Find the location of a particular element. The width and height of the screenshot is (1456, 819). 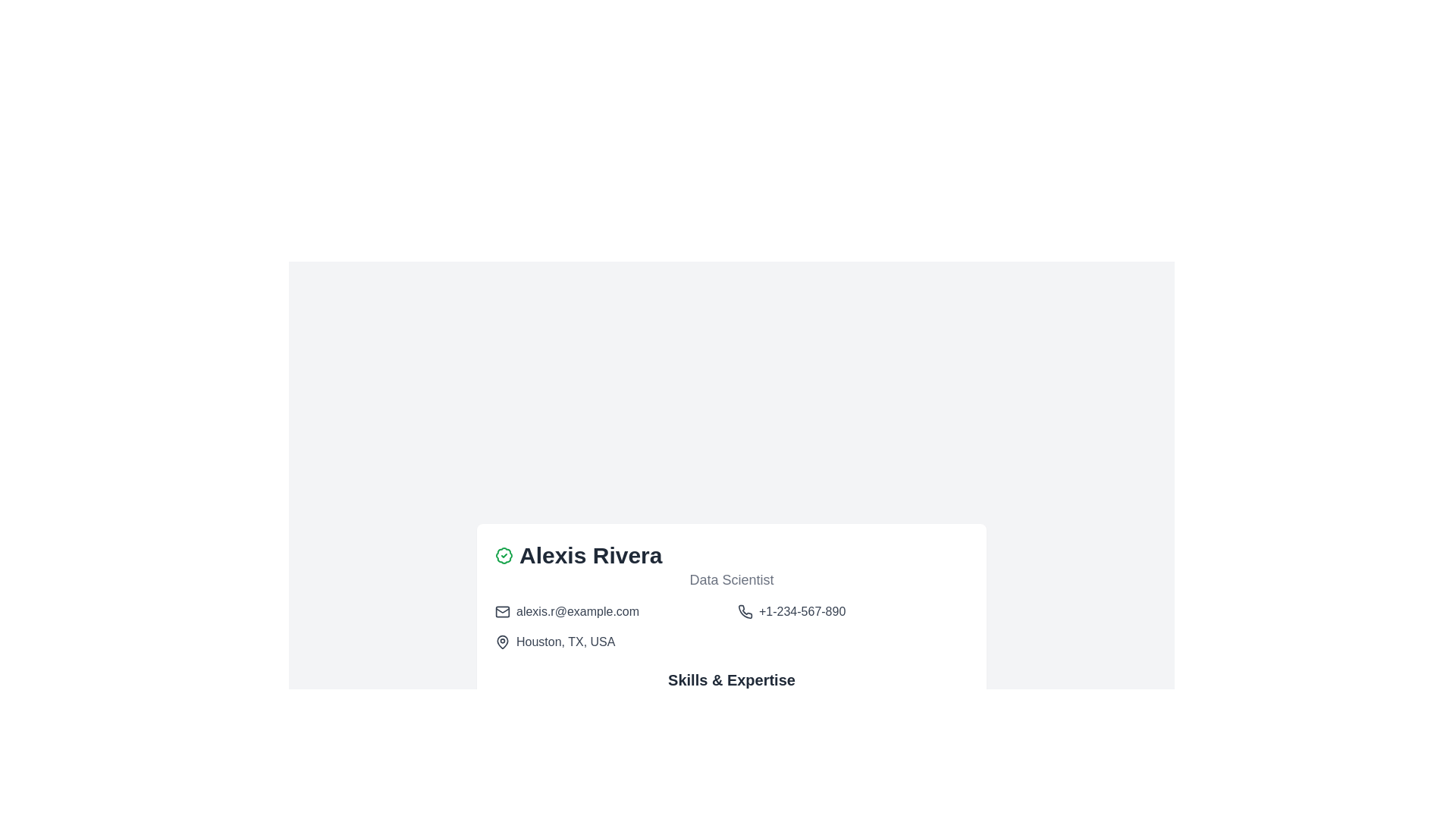

the location pin icon in the bottom-left region of the visible card interface that indicates a geographical address related to 'Houston, TX, USA' is located at coordinates (502, 641).